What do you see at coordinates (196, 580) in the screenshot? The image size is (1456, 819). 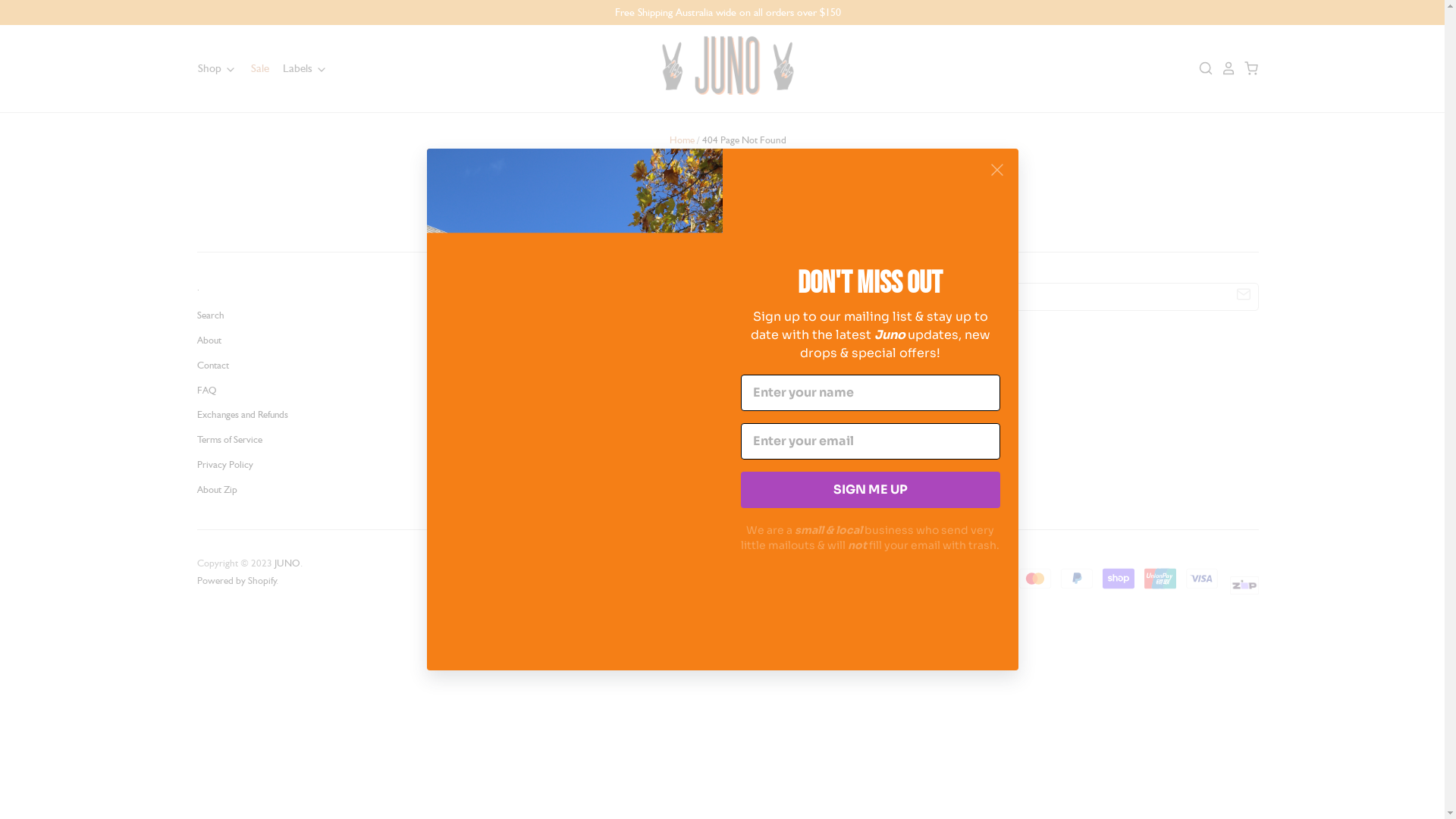 I see `'Powered by Shopify'` at bounding box center [196, 580].